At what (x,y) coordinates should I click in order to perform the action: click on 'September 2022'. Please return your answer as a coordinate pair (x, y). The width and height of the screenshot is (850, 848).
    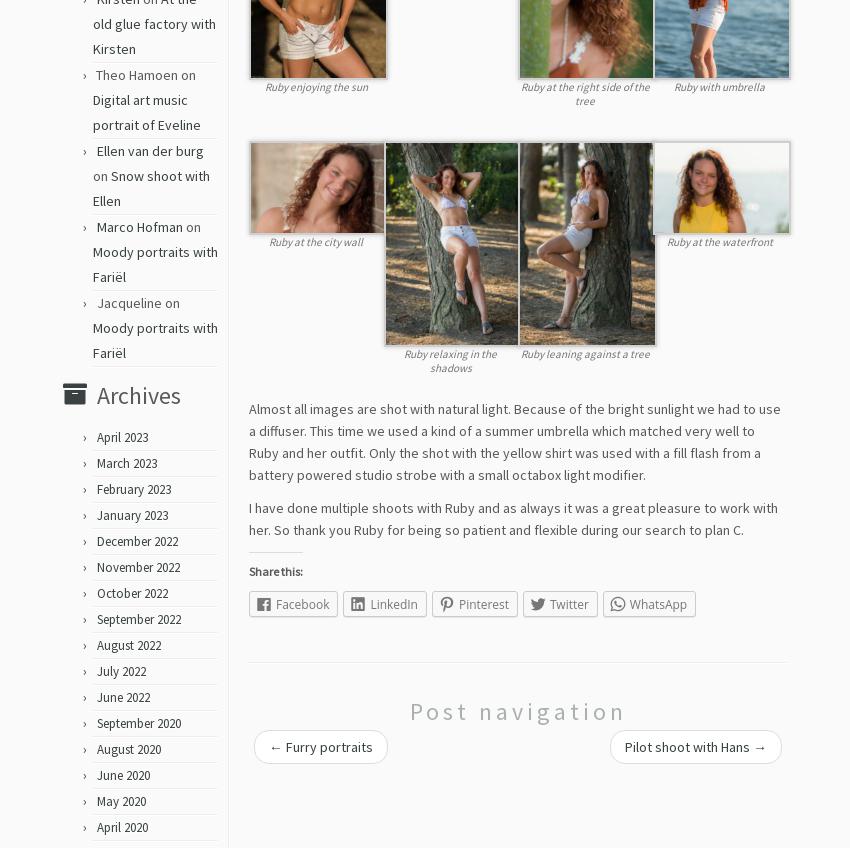
    Looking at the image, I should click on (95, 626).